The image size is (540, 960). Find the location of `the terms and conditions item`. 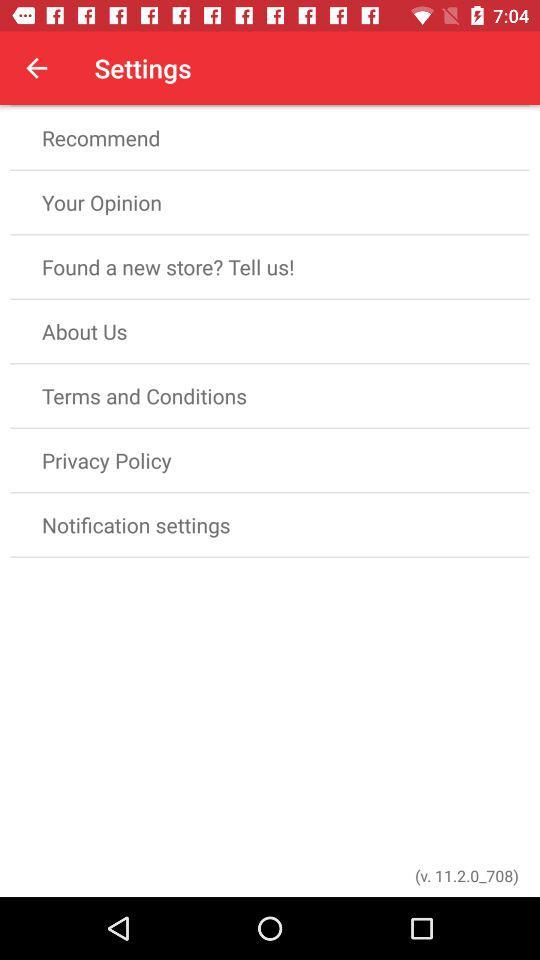

the terms and conditions item is located at coordinates (270, 395).